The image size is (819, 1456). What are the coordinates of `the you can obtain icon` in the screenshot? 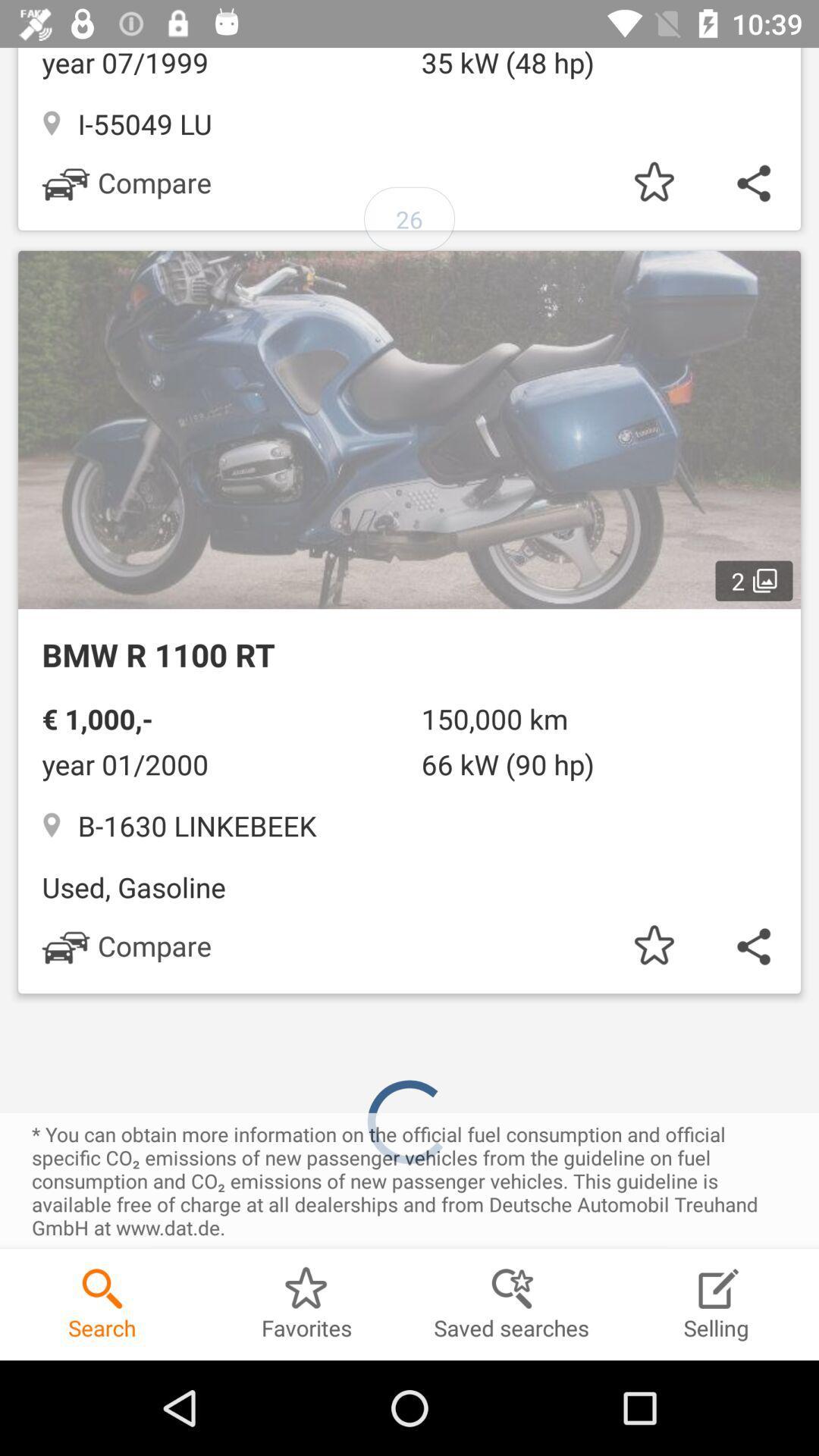 It's located at (409, 1180).